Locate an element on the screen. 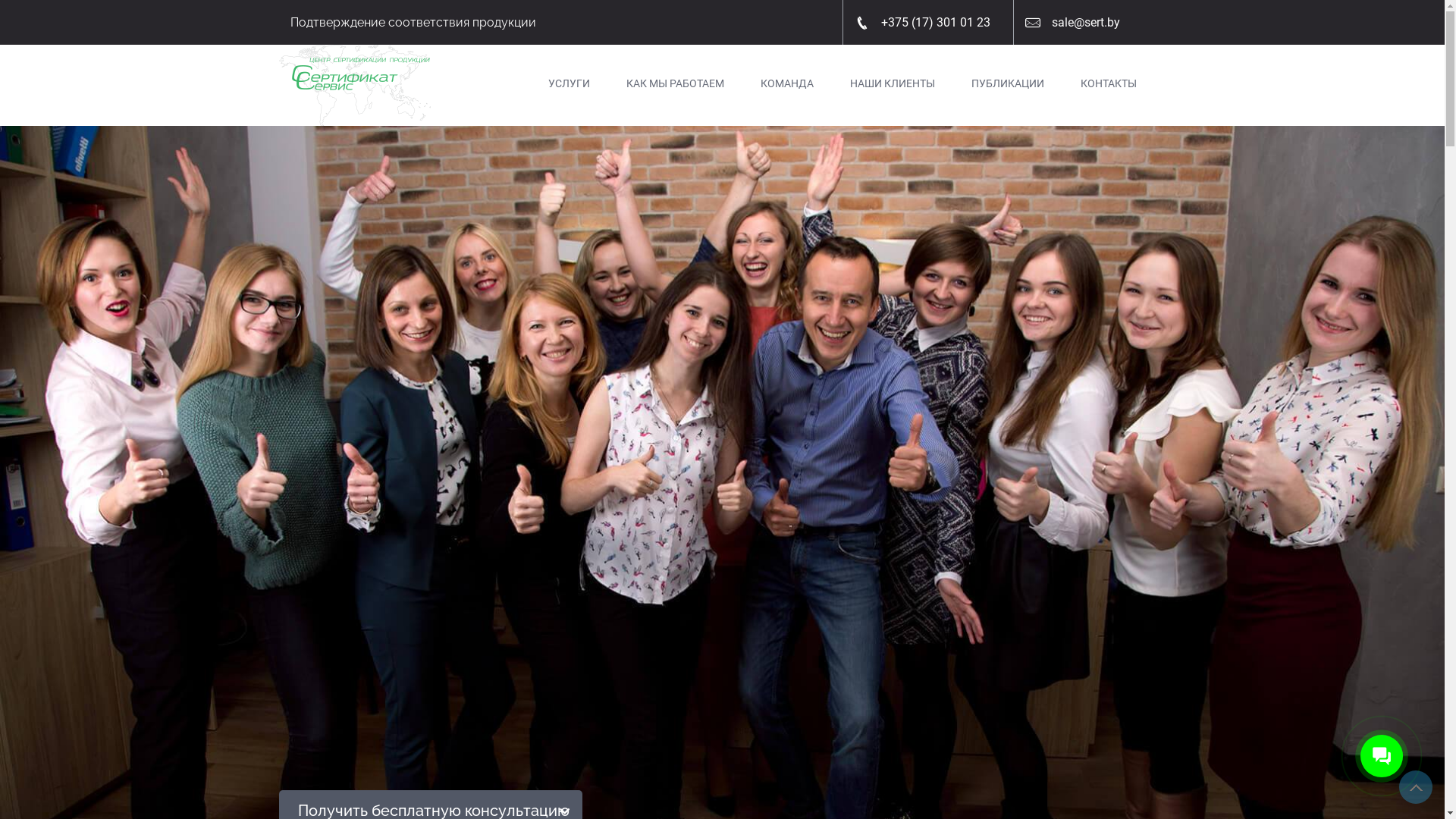  '+375 (17) 301 01 23' is located at coordinates (927, 22).